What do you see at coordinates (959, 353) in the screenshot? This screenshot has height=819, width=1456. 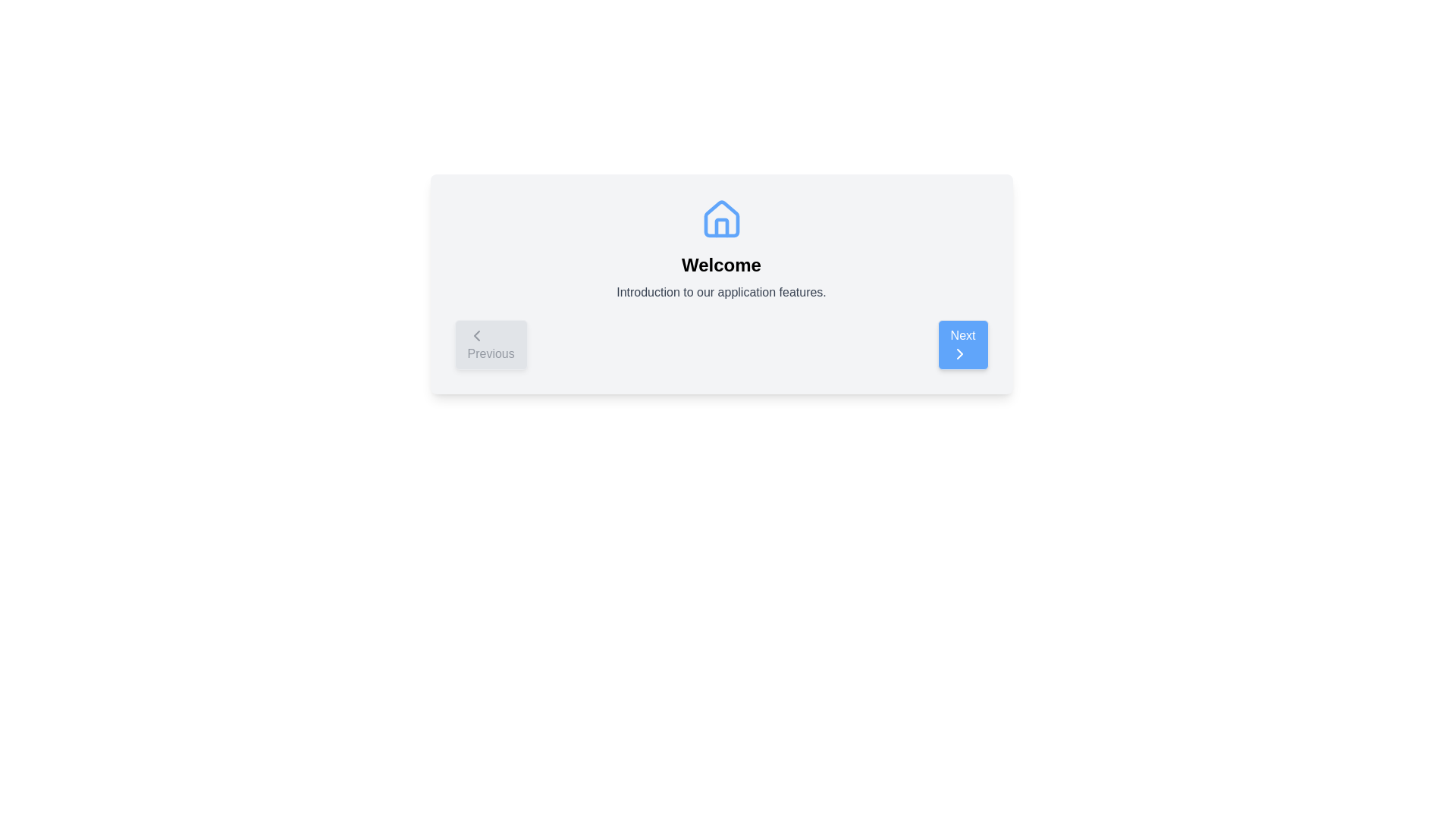 I see `the 'Next' button which contains a triangular right arrow icon` at bounding box center [959, 353].